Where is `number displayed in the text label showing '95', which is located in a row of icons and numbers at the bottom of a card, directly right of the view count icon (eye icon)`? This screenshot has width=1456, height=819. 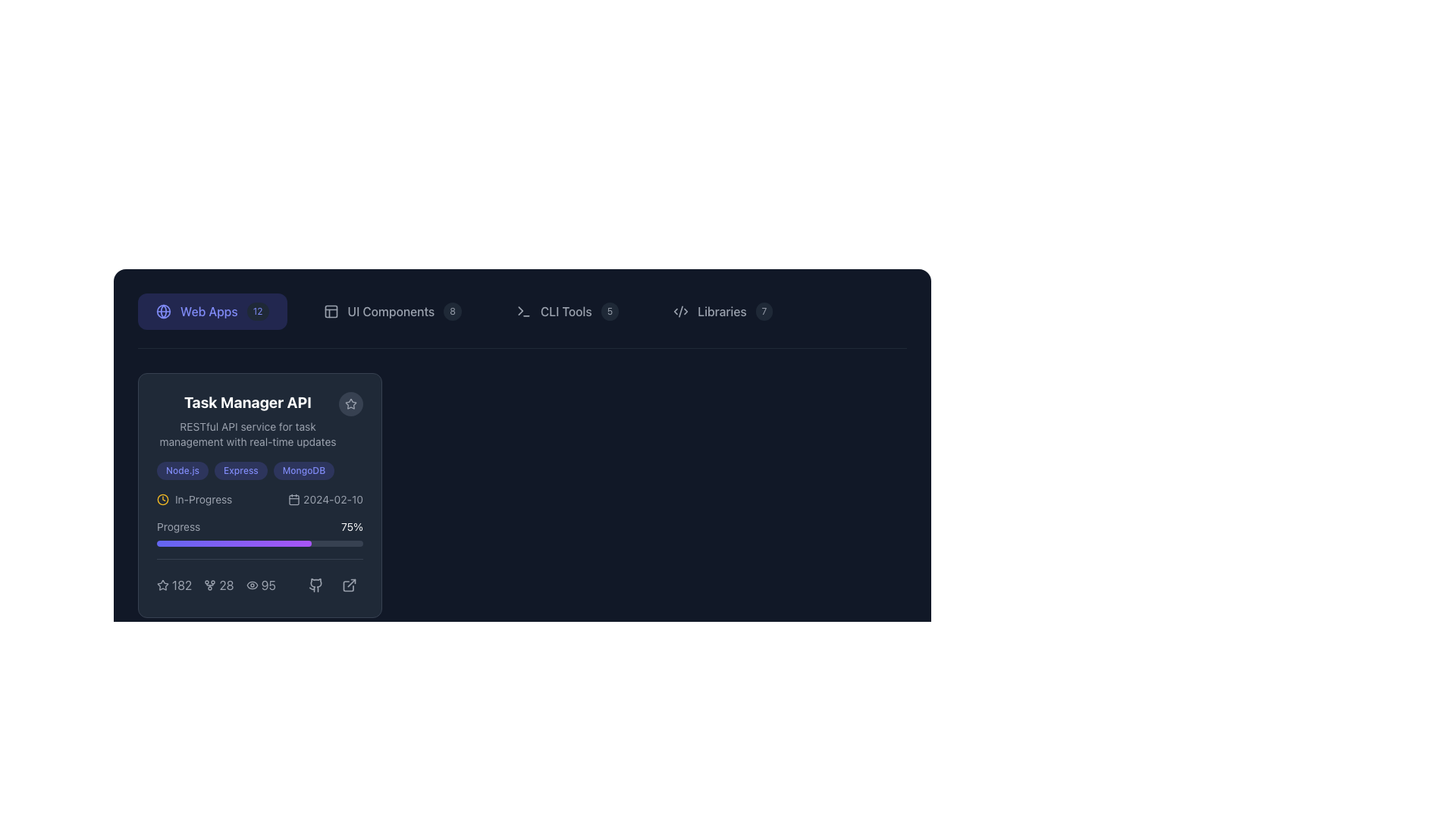
number displayed in the text label showing '95', which is located in a row of icons and numbers at the bottom of a card, directly right of the view count icon (eye icon) is located at coordinates (259, 579).